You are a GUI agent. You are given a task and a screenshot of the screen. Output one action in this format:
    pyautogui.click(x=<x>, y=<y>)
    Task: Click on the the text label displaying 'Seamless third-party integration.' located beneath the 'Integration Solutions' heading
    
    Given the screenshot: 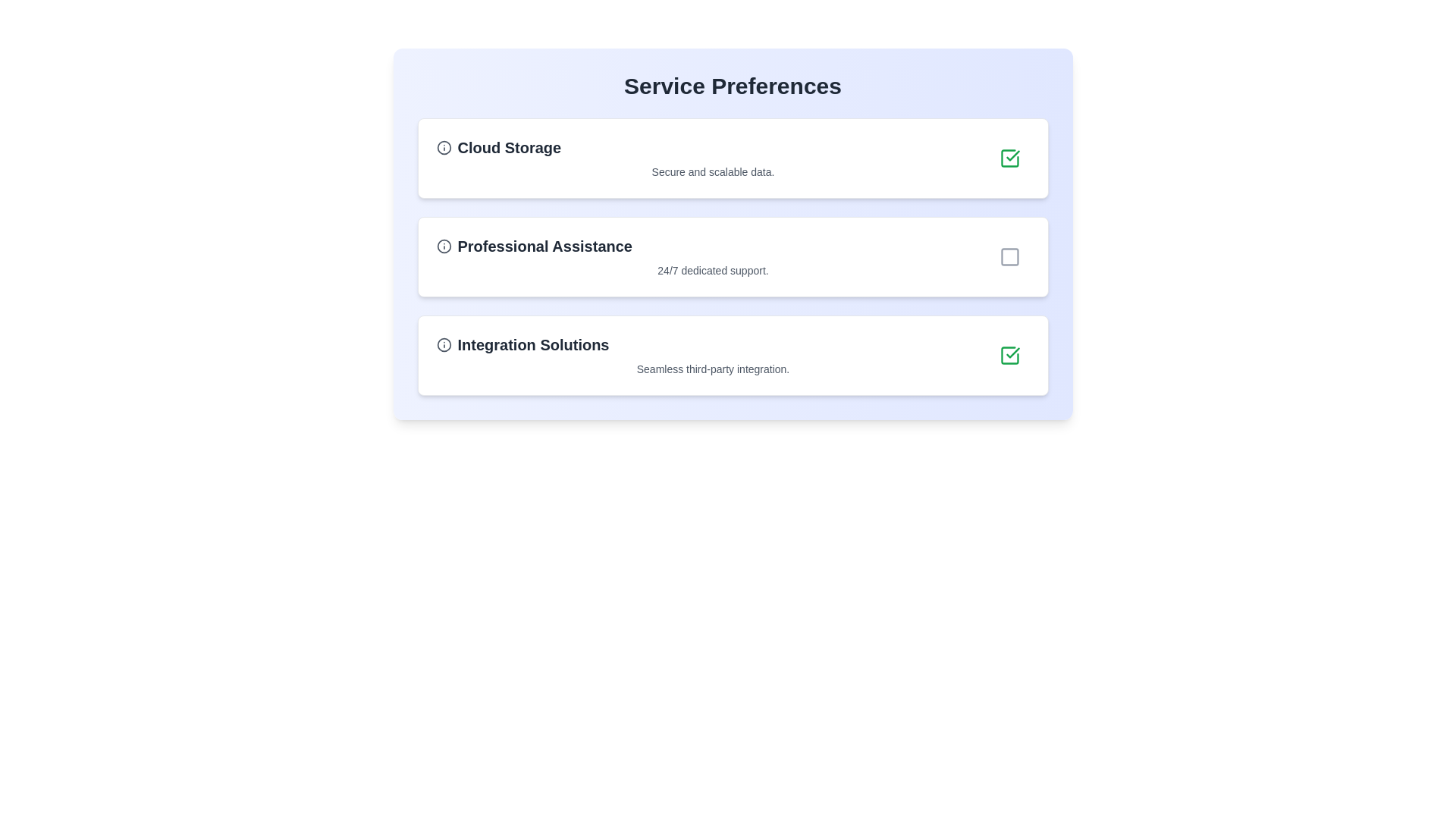 What is the action you would take?
    pyautogui.click(x=712, y=369)
    